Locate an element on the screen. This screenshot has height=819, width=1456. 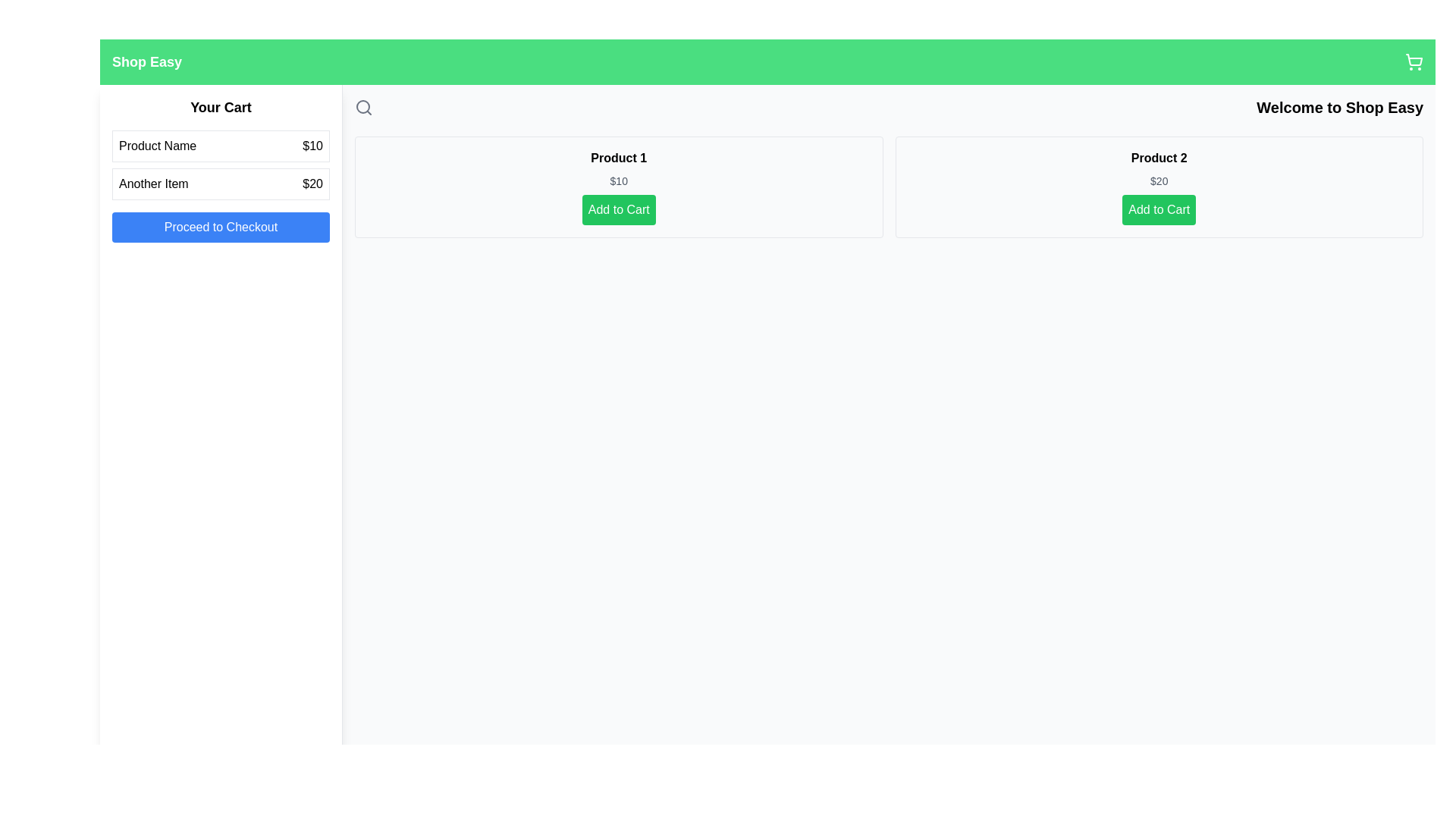
the blue rectangular button labeled 'Proceed to Checkout' located at the bottom of the 'Your Cart' sidebar is located at coordinates (220, 227).